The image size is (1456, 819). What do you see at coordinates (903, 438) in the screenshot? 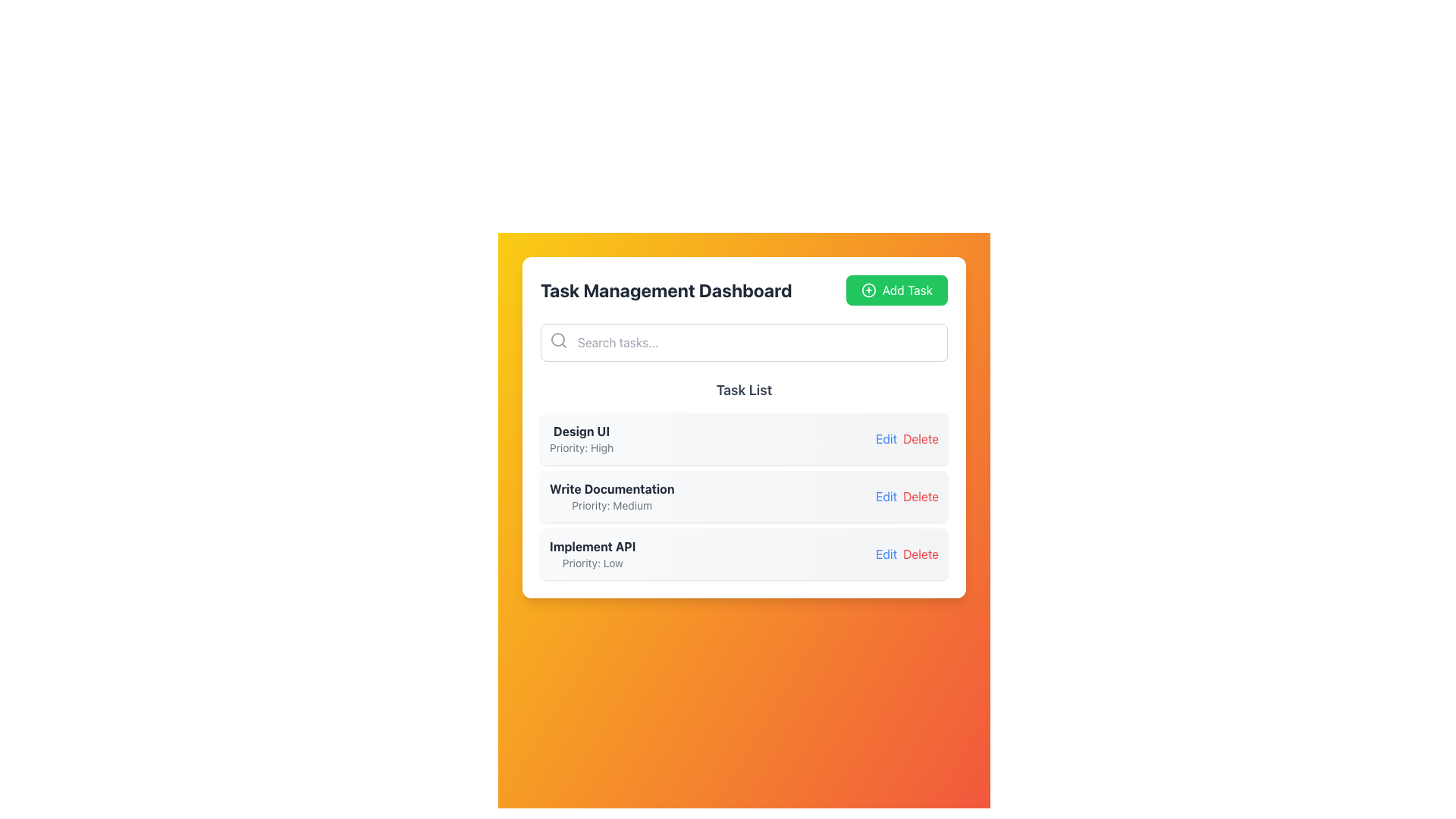
I see `the 'Delete' link on the dual interactive link element associated with the 'Design UI' task` at bounding box center [903, 438].